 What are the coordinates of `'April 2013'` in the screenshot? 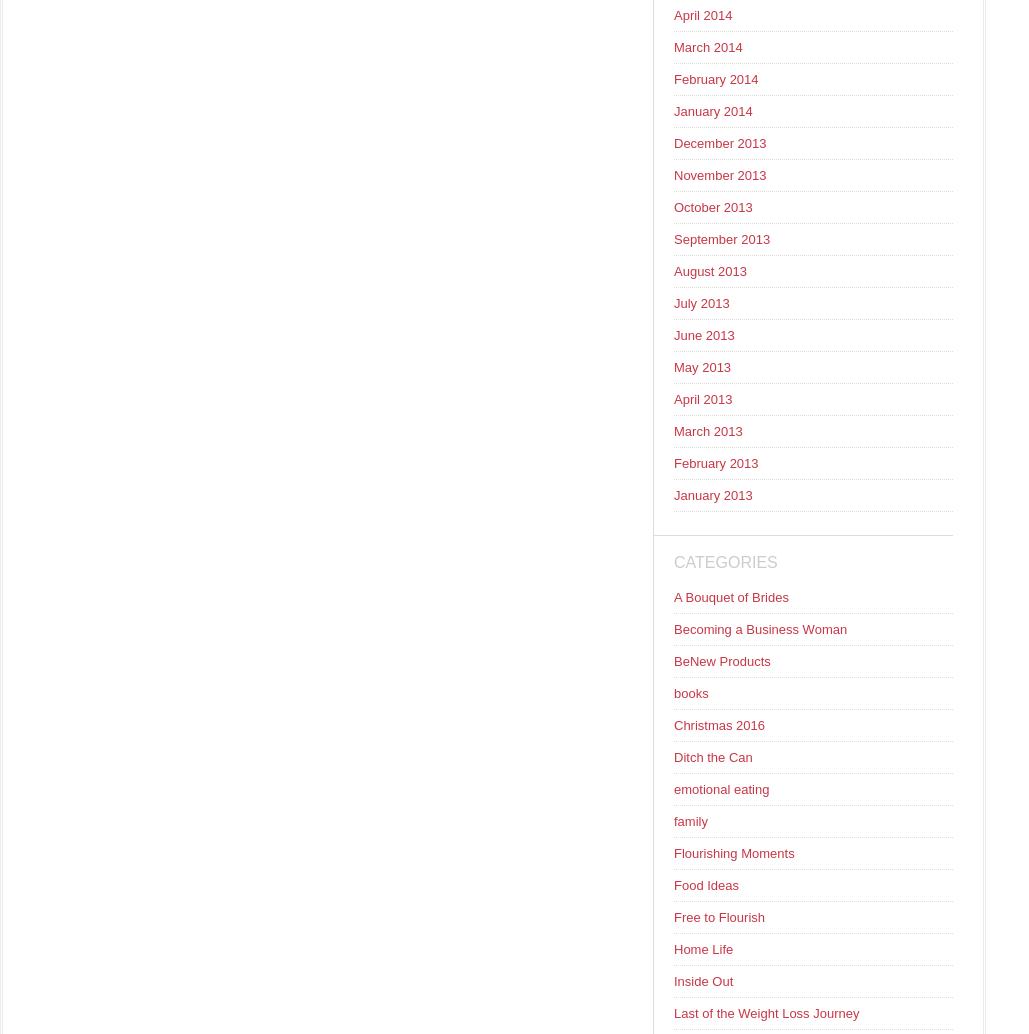 It's located at (672, 398).